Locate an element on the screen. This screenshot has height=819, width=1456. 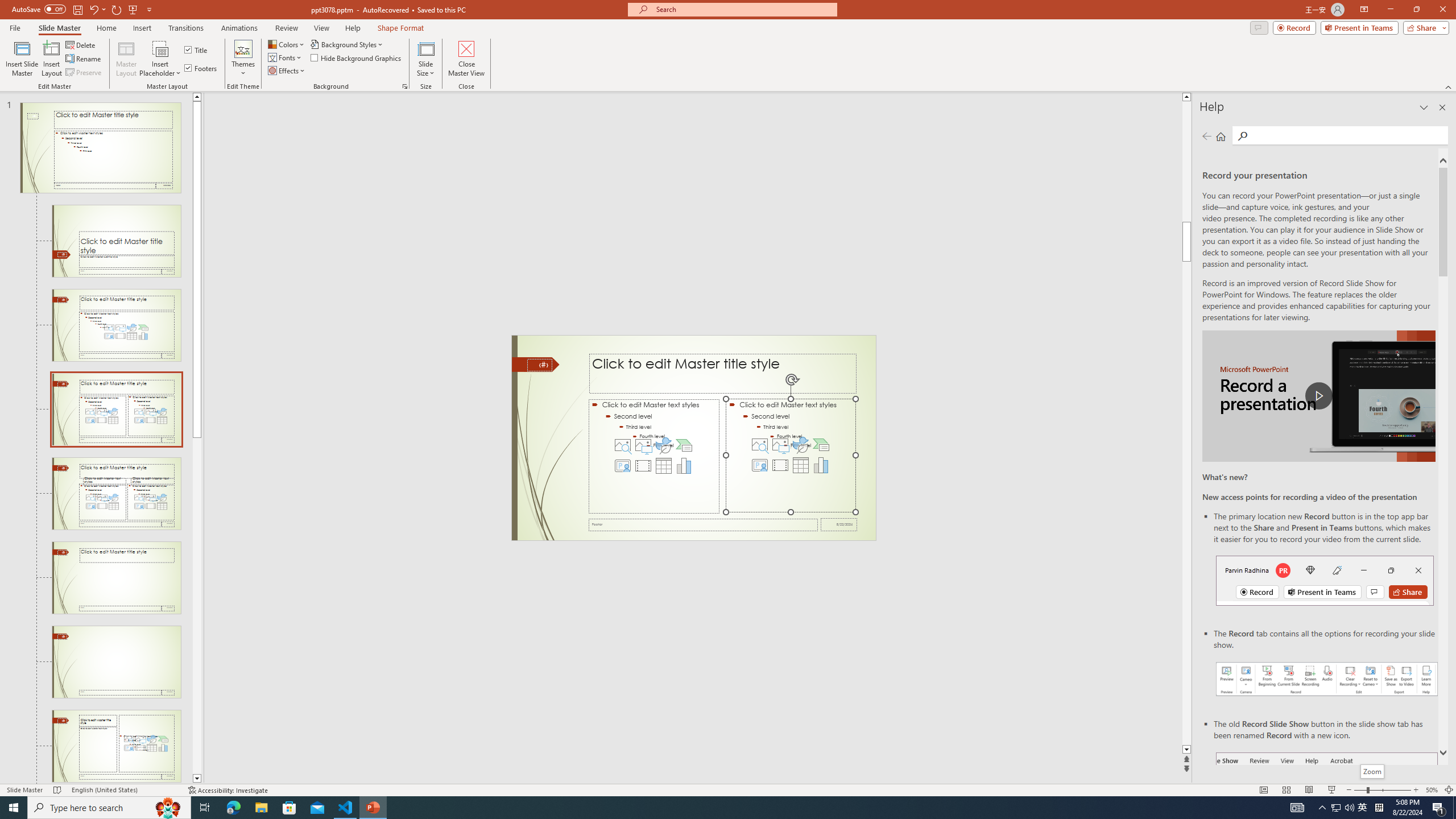
'Insert Cameo' is located at coordinates (760, 464).